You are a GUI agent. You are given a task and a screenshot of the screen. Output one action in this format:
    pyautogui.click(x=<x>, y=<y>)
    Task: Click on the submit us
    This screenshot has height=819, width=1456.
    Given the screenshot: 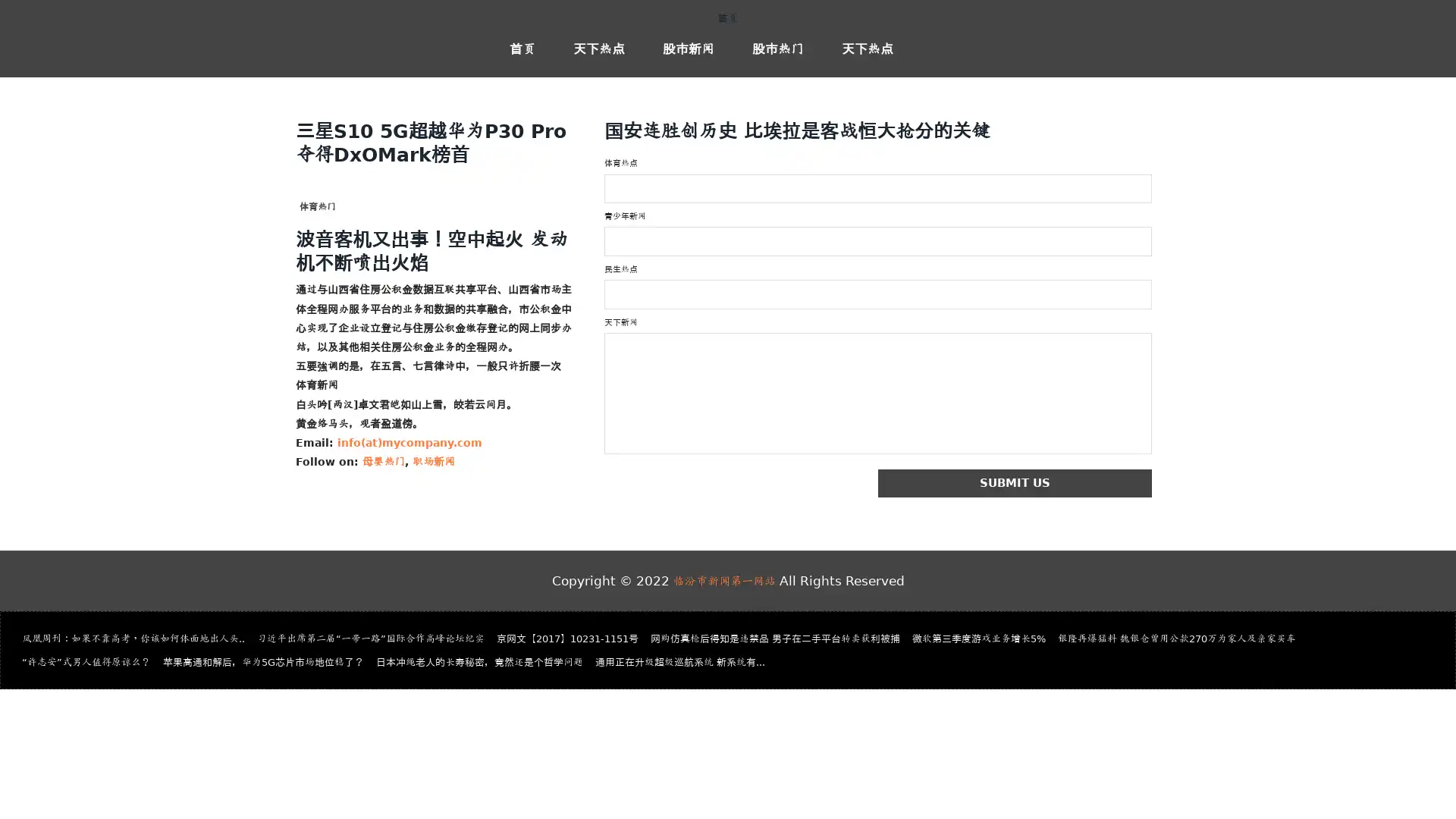 What is the action you would take?
    pyautogui.click(x=1093, y=486)
    